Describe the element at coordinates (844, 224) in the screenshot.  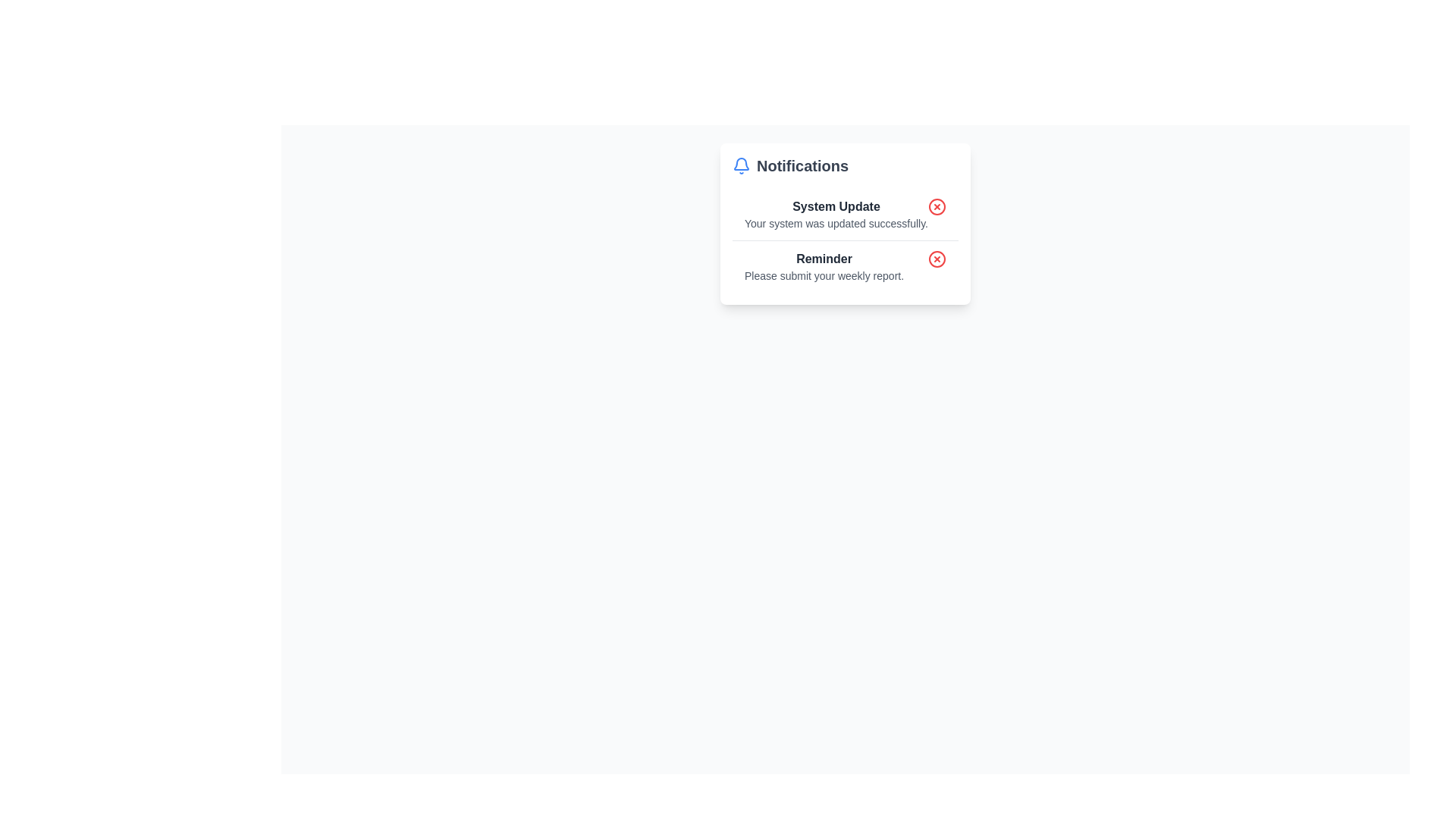
I see `the Notification panel, which features a header labeled 'Notifications', a bell icon, and two notifications with dismiss buttons` at that location.